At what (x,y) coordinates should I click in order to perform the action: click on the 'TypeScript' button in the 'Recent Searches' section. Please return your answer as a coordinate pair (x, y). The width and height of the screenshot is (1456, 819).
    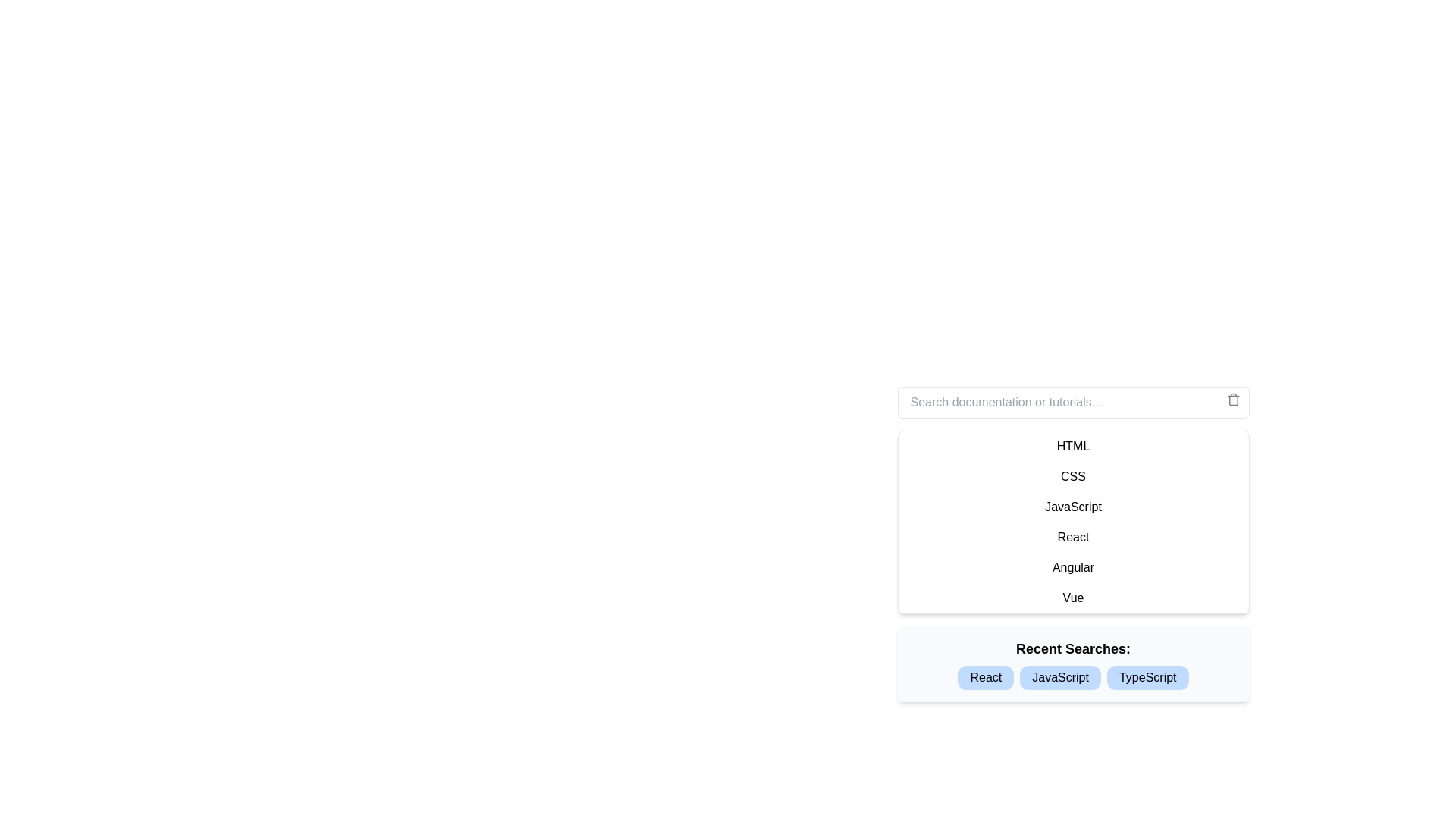
    Looking at the image, I should click on (1147, 677).